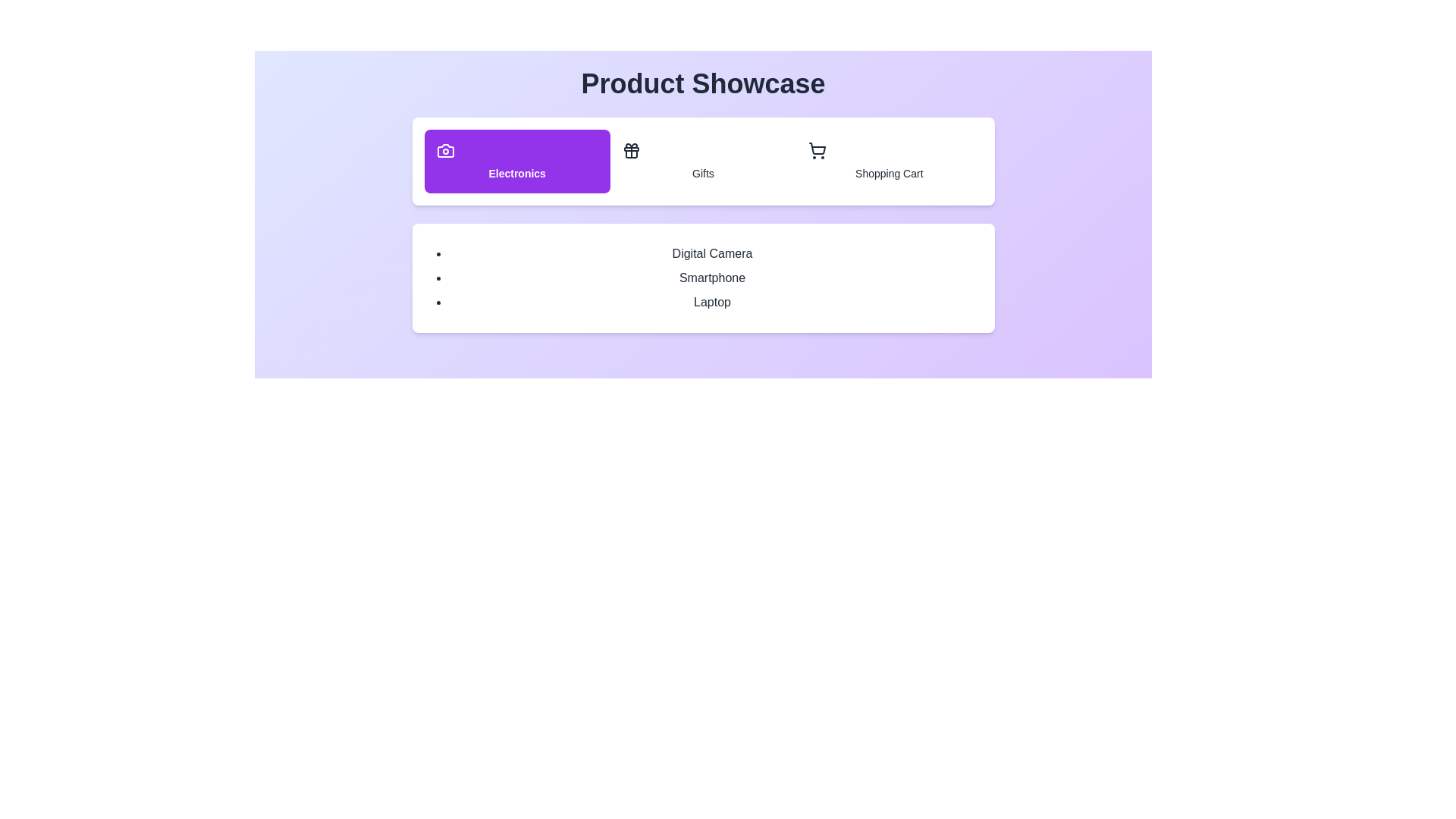  I want to click on the 'Gifts' button, which is the middle button in a group of three, so click(702, 161).